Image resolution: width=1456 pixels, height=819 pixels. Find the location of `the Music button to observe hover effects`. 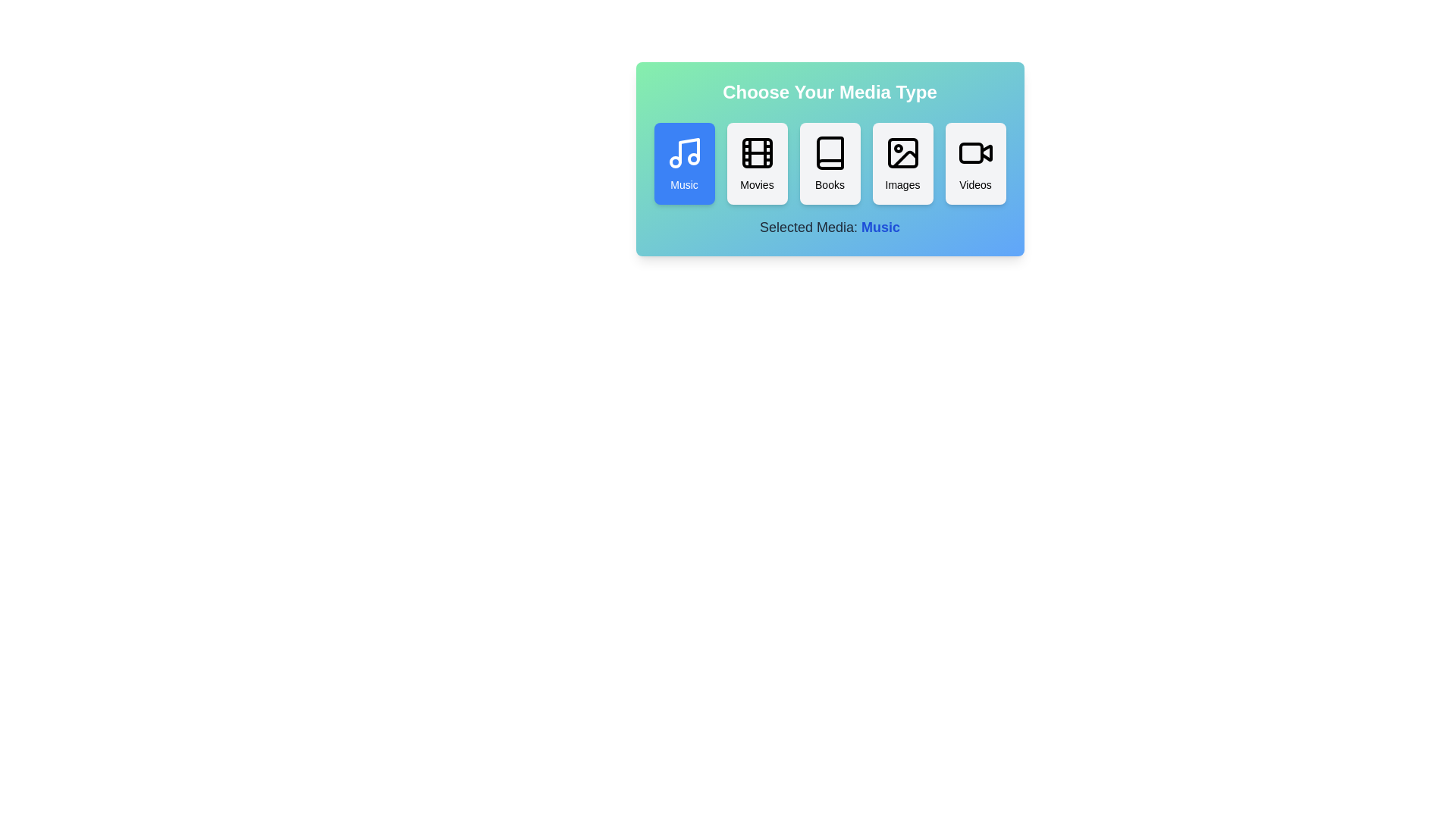

the Music button to observe hover effects is located at coordinates (683, 164).